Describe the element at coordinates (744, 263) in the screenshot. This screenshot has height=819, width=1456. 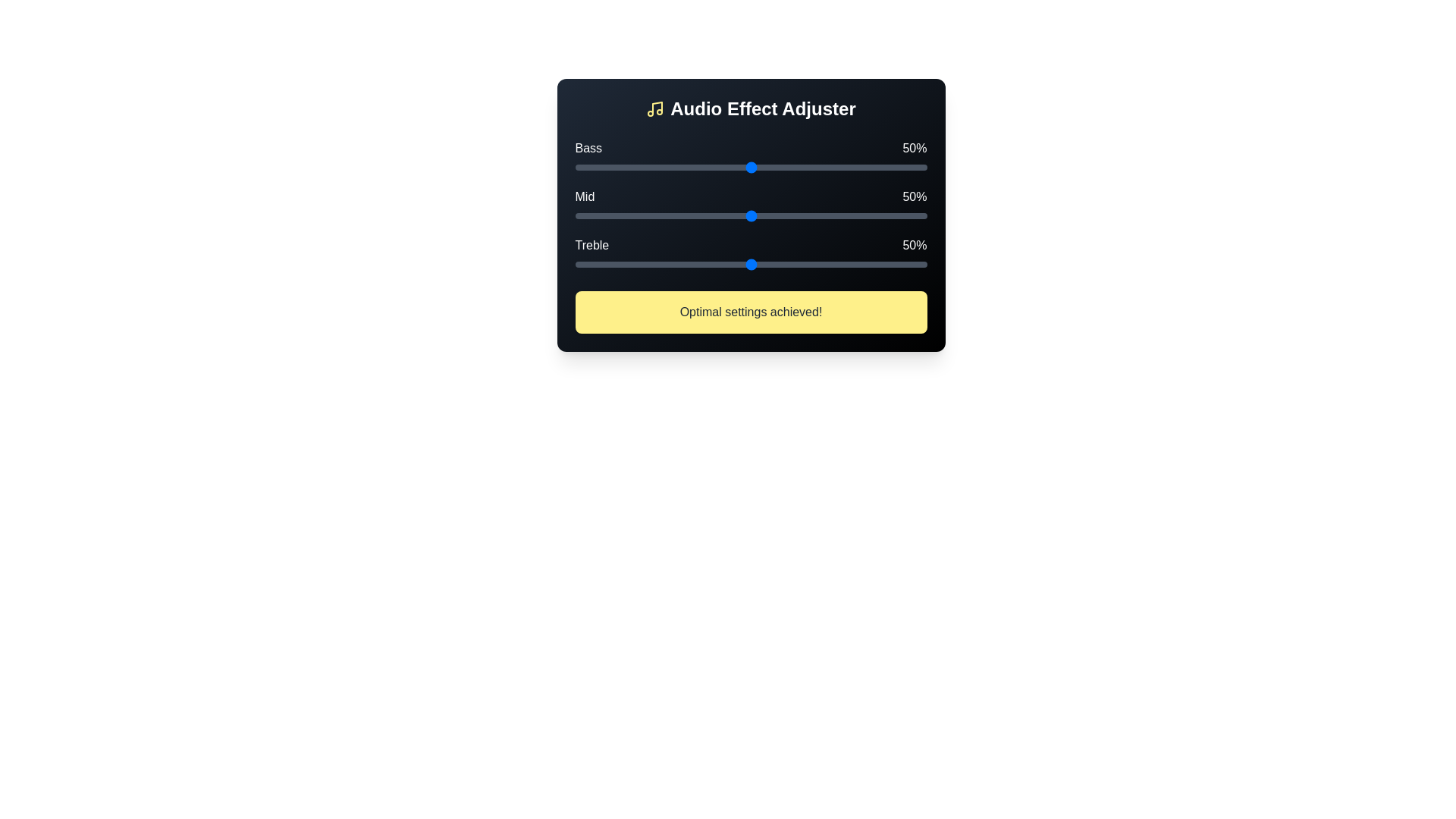
I see `the treble slider to 48%` at that location.